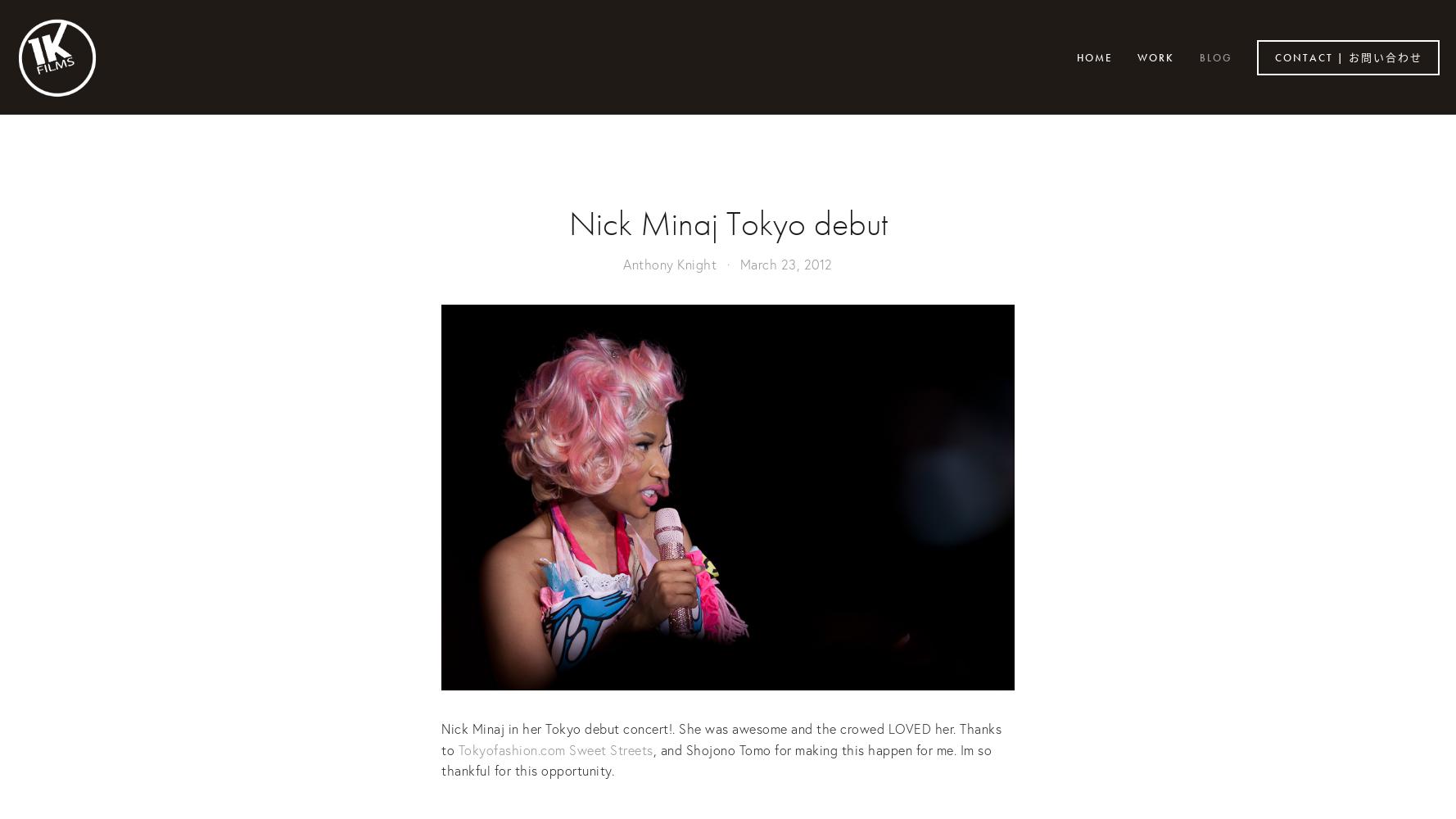  Describe the element at coordinates (720, 739) in the screenshot. I see `'Nick Minaj in her Tokyo debut concert!. She was awesome and the crowed LOVED her. Thanks to'` at that location.